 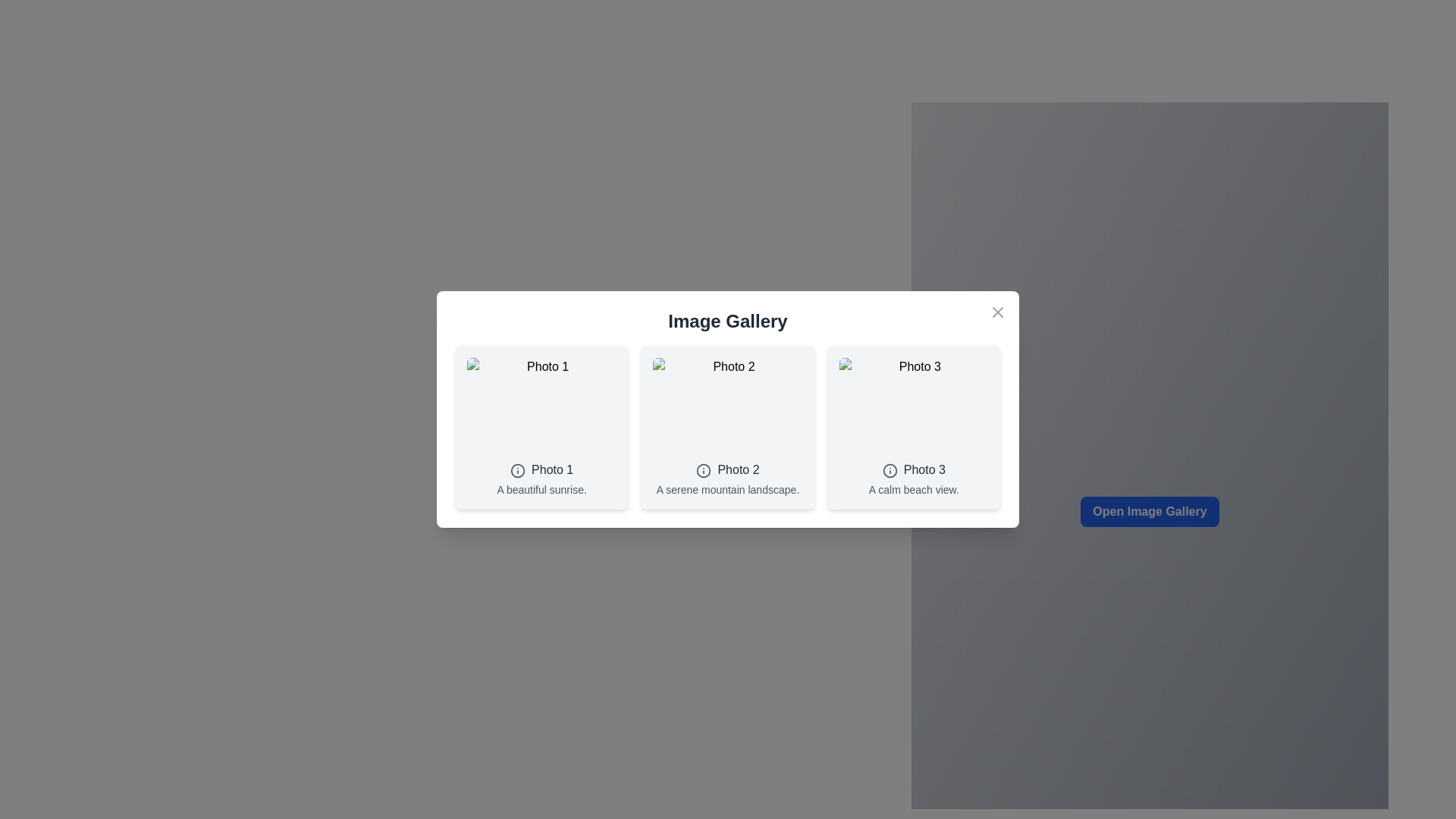 What do you see at coordinates (913, 427) in the screenshot?
I see `the Information card, which is the third item in a grid layout` at bounding box center [913, 427].